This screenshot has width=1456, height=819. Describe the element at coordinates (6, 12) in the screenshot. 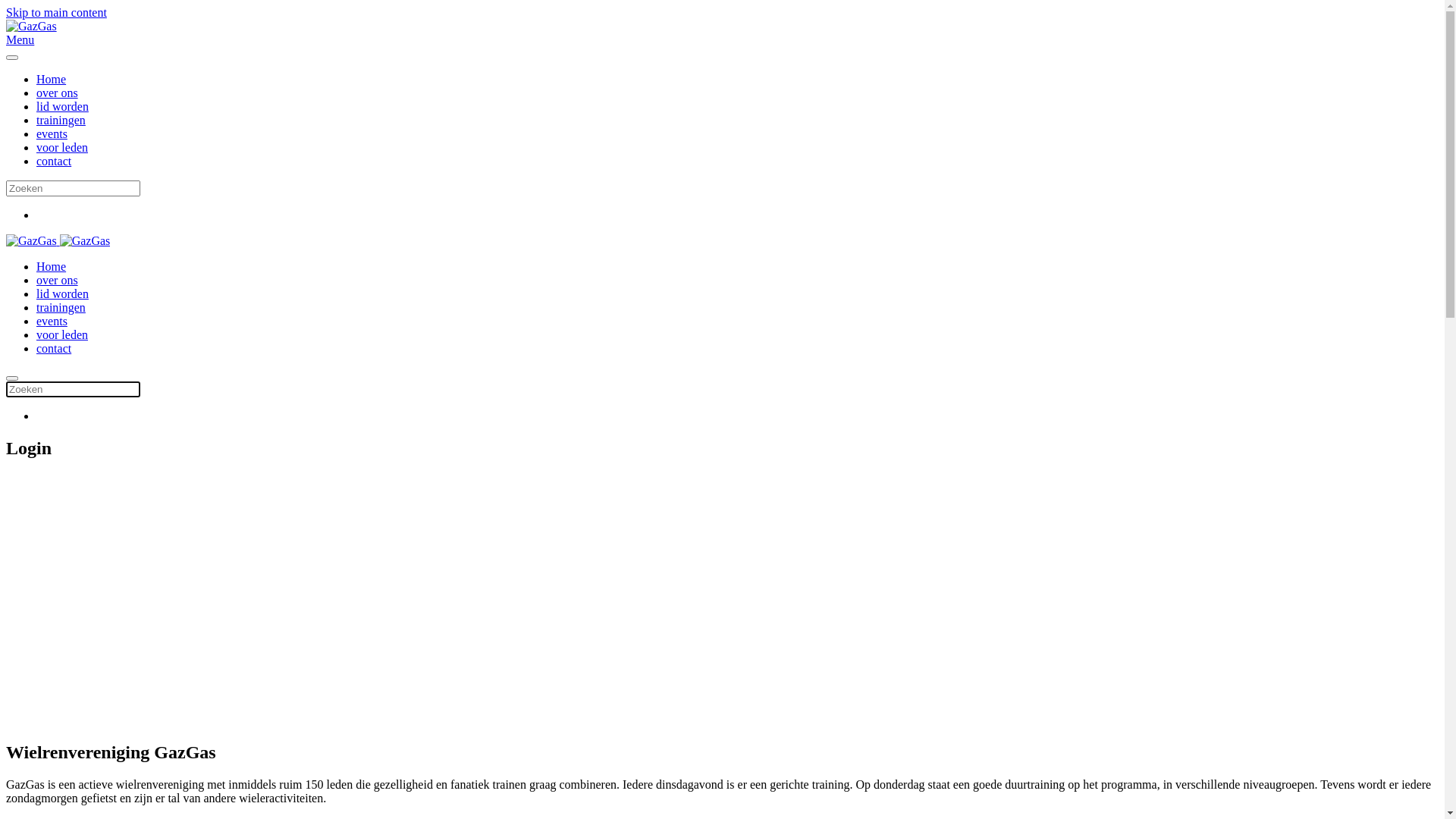

I see `'Skip to main content'` at that location.